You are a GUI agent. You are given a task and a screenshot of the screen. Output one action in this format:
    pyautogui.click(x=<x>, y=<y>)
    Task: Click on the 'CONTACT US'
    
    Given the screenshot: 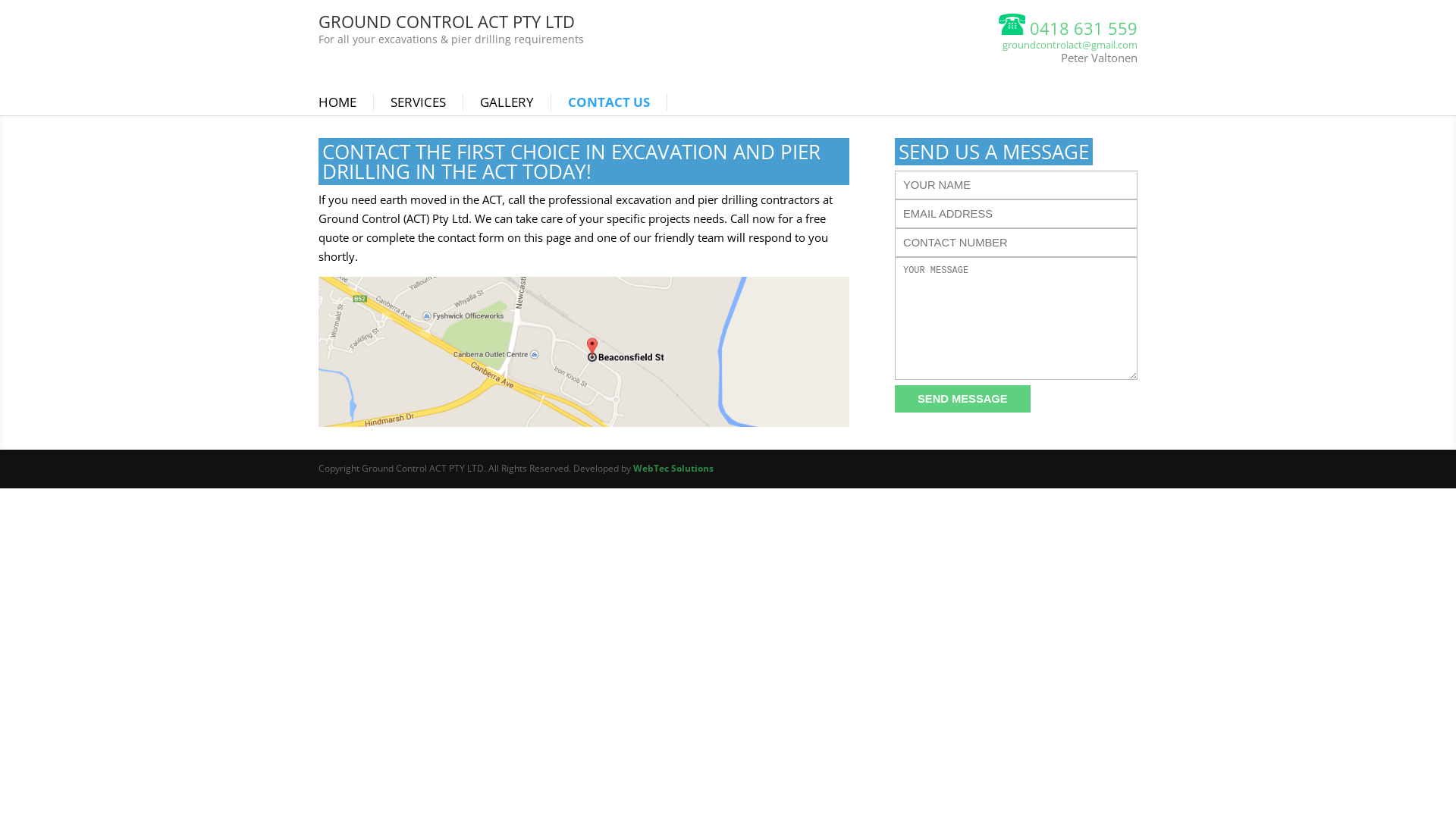 What is the action you would take?
    pyautogui.click(x=617, y=102)
    